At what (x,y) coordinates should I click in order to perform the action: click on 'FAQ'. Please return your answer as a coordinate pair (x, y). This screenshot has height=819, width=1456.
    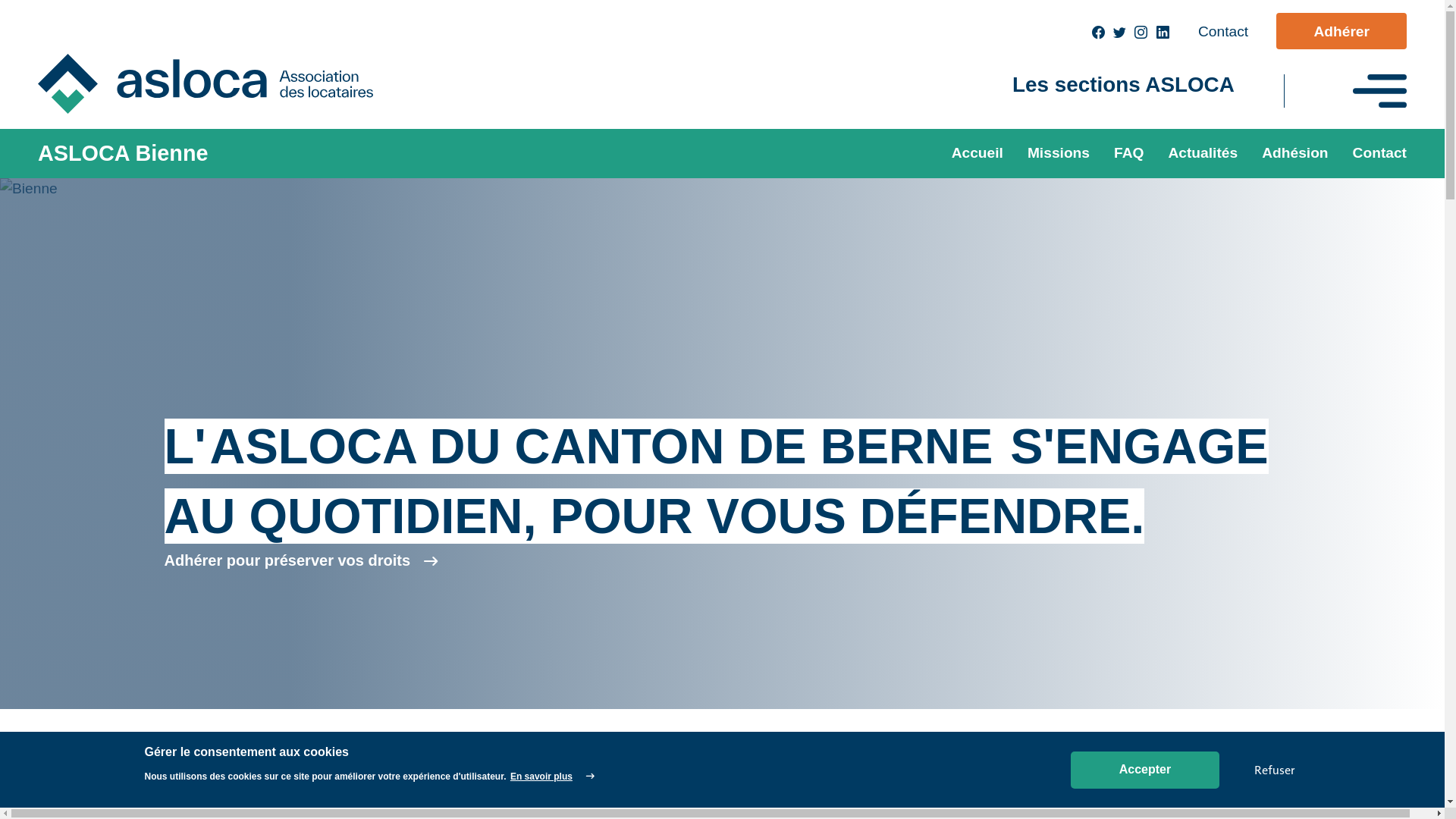
    Looking at the image, I should click on (1128, 153).